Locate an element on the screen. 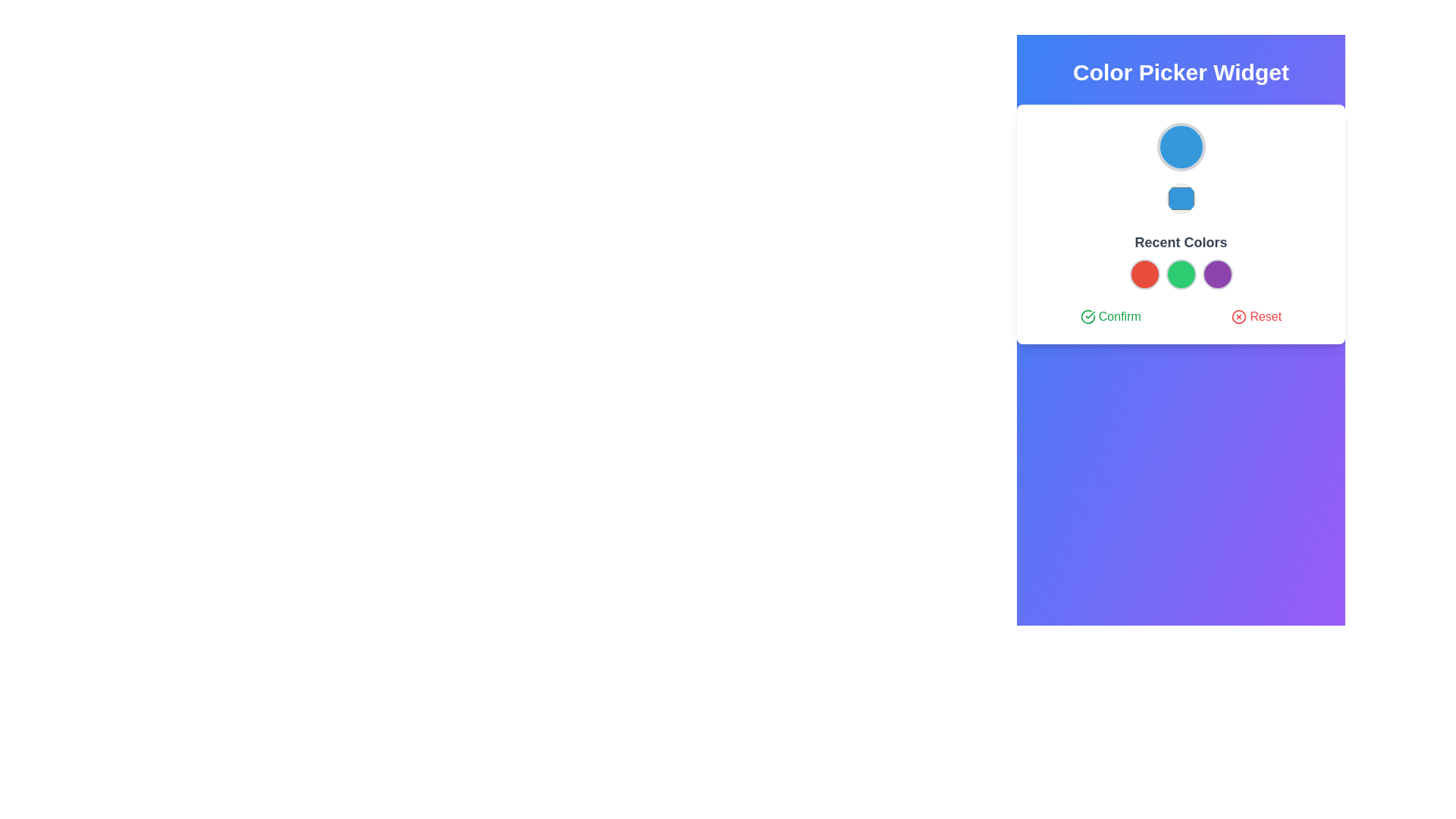 The height and width of the screenshot is (819, 1456). the icon button associated with the 'Reset' text label located at the bottom-right of the card interface is located at coordinates (1239, 315).